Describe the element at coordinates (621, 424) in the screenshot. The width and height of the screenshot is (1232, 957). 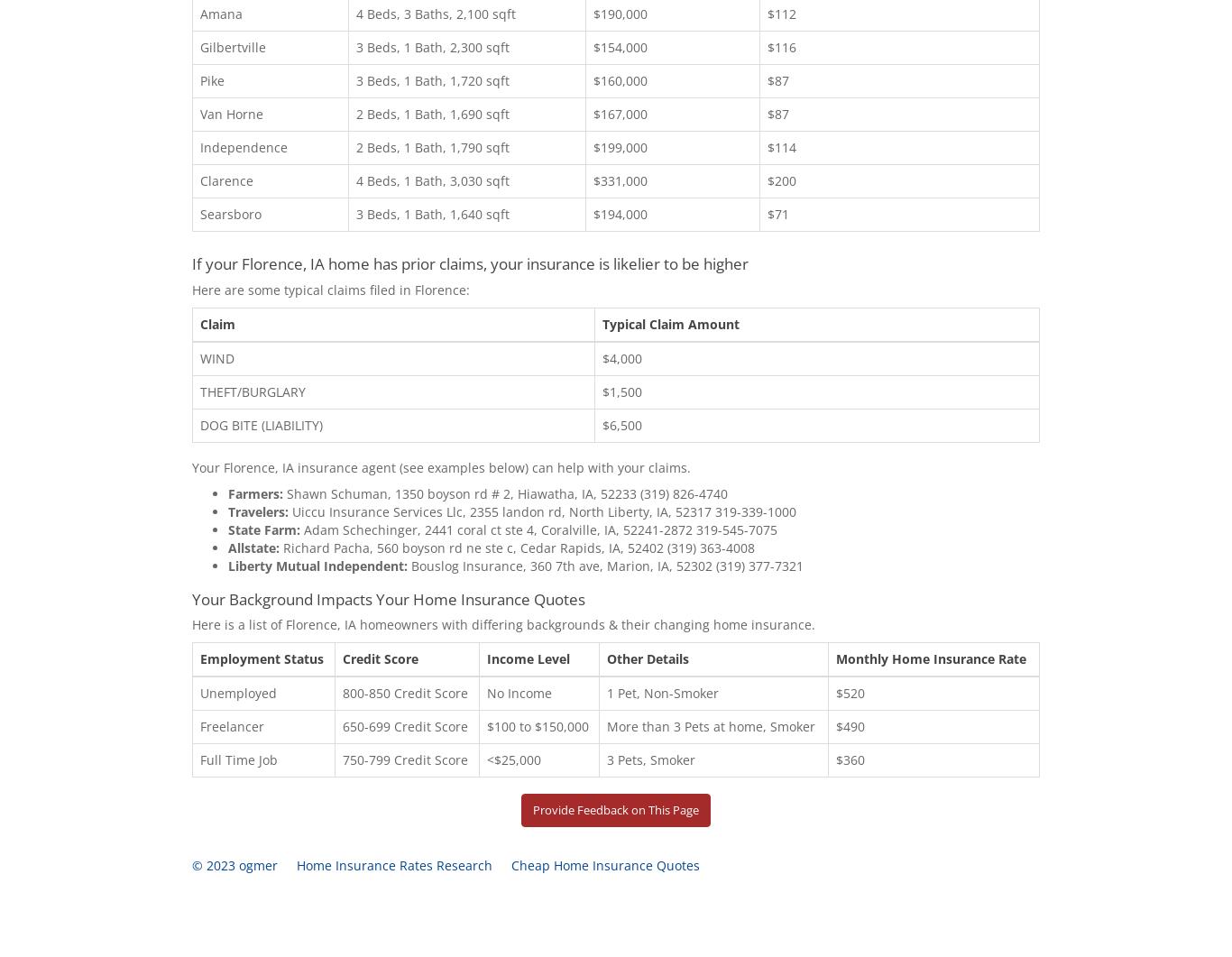
I see `'$6,500'` at that location.